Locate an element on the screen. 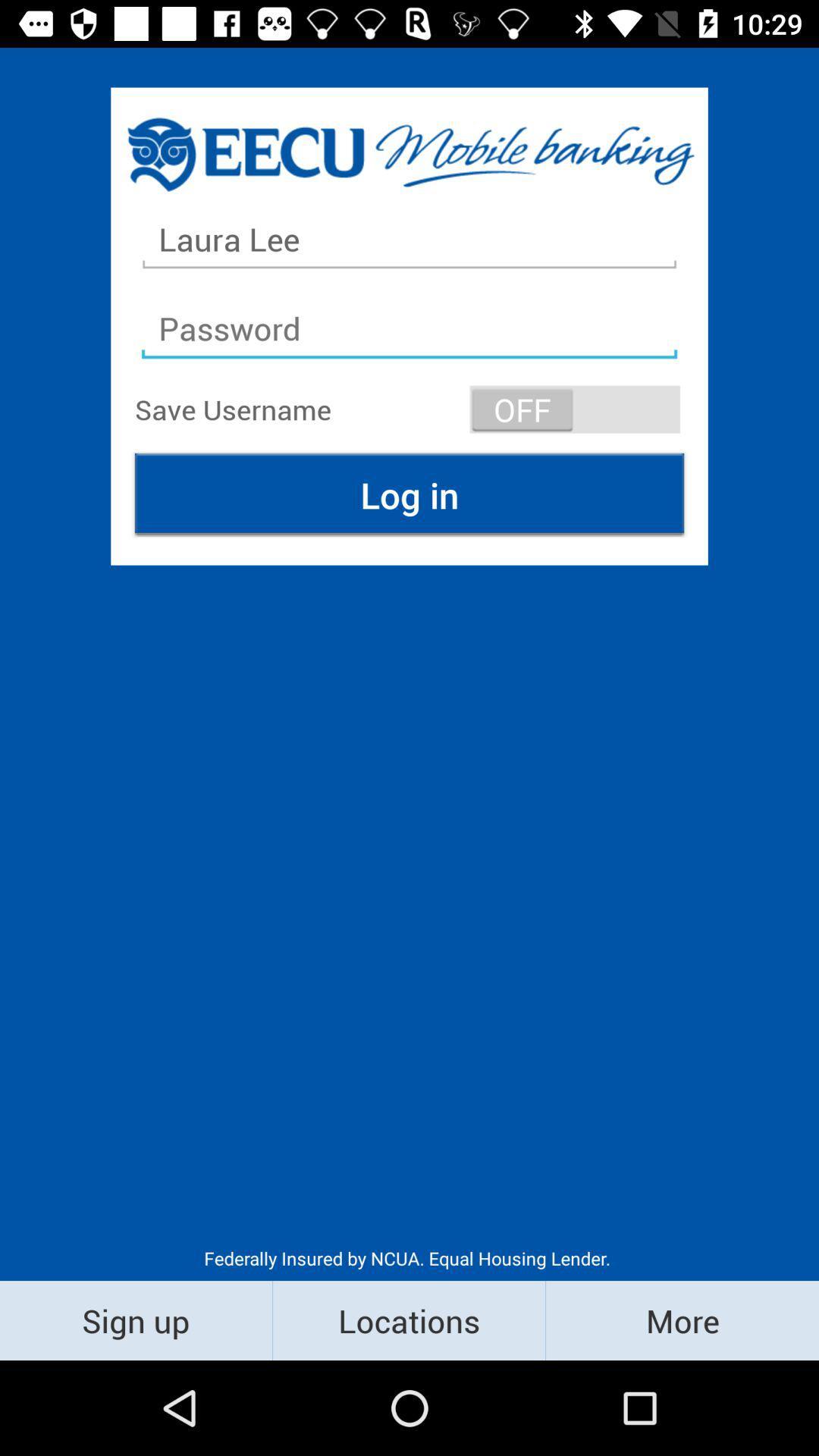 This screenshot has height=1456, width=819. the locations is located at coordinates (408, 1319).